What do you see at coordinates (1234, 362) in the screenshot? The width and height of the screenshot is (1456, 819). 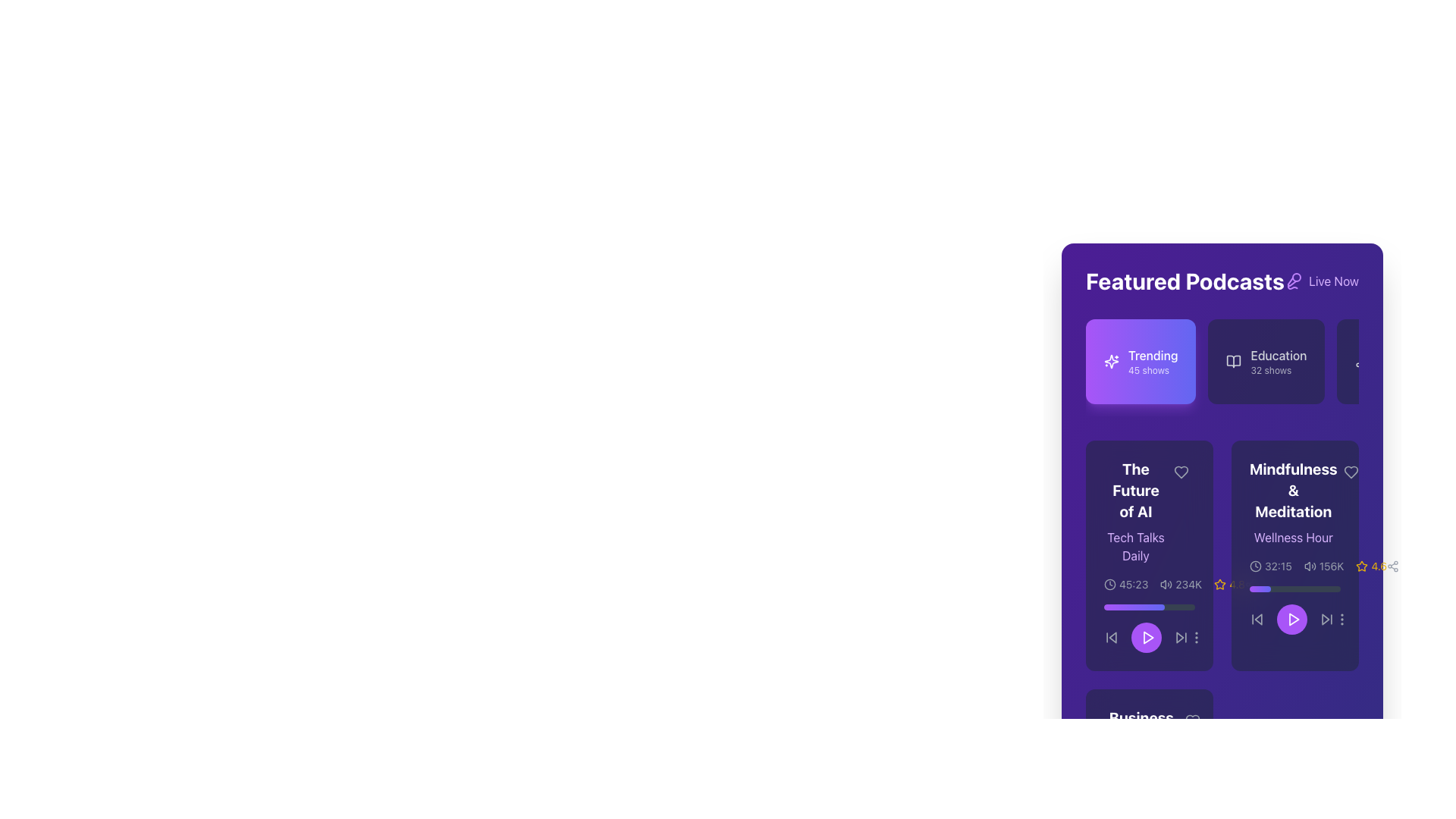 I see `the educational icon in the 'Education' card located in the 'Featured Podcasts' section, which is positioned slightly right of the card's middle-left boundary` at bounding box center [1234, 362].